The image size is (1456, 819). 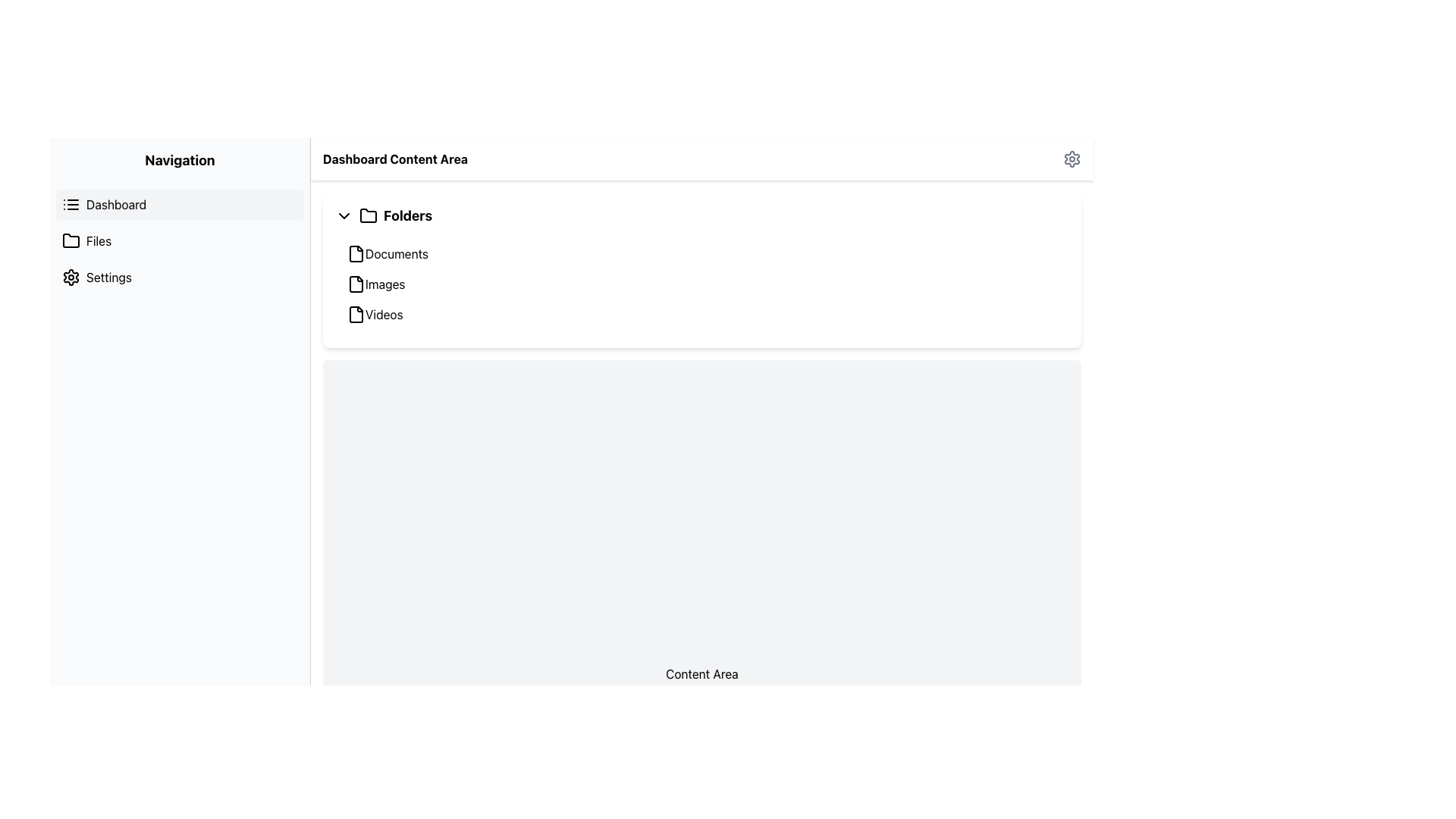 I want to click on the folder icon element located to the left of the 'Files' label in the navigation sidebar, so click(x=71, y=240).